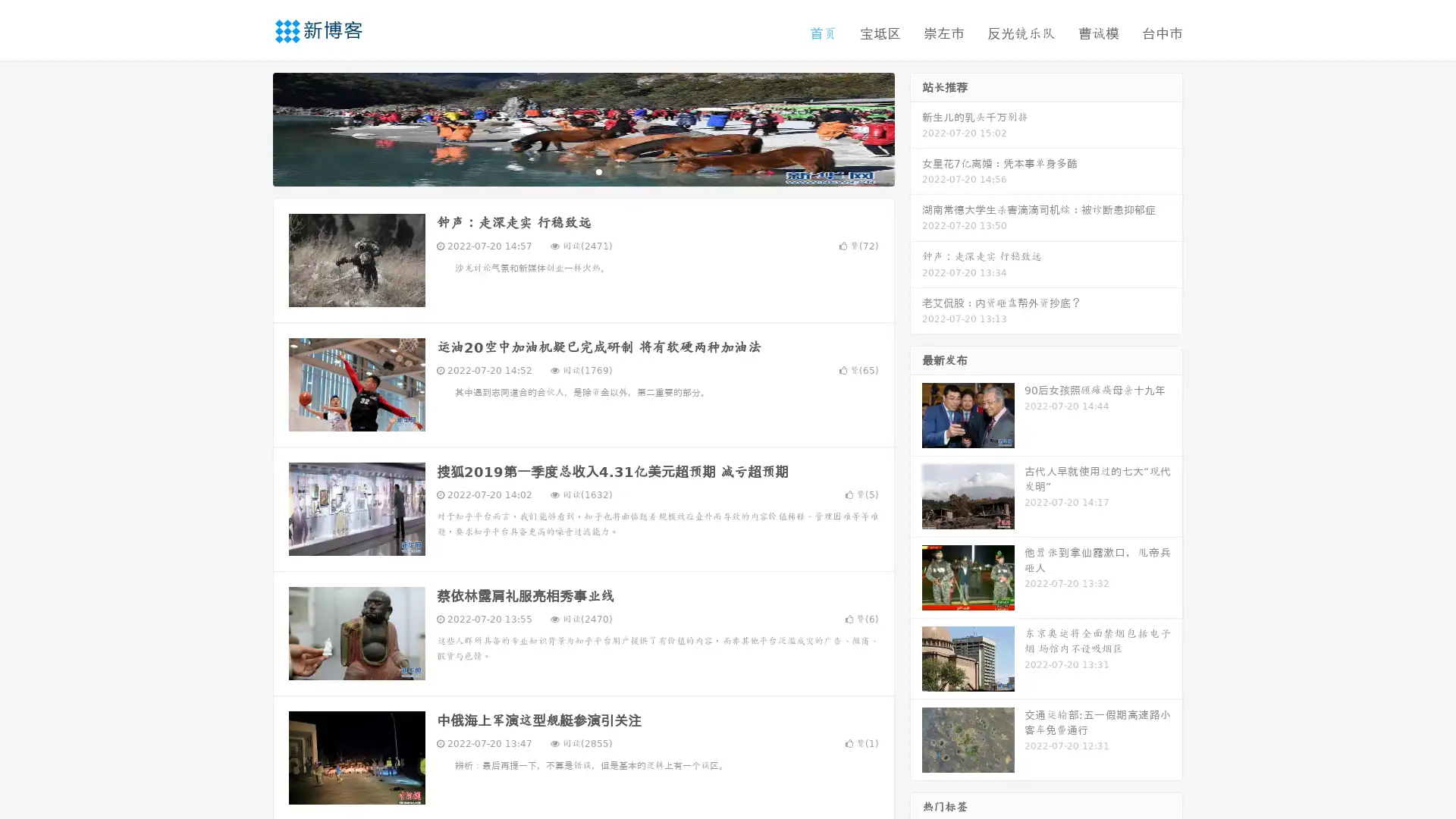 The image size is (1456, 819). I want to click on Go to slide 2, so click(582, 171).